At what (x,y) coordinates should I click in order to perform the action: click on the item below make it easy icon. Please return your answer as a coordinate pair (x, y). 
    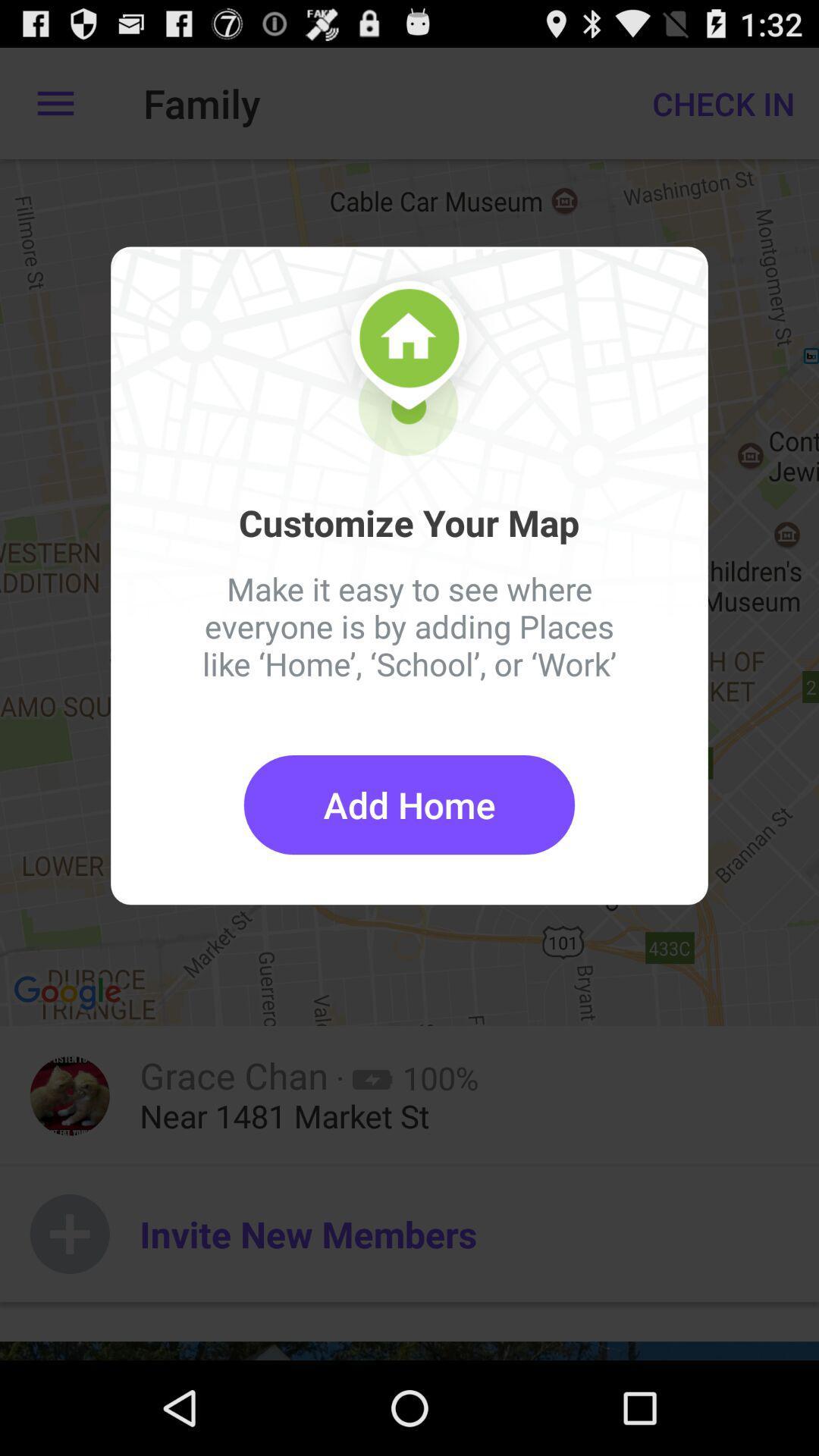
    Looking at the image, I should click on (409, 804).